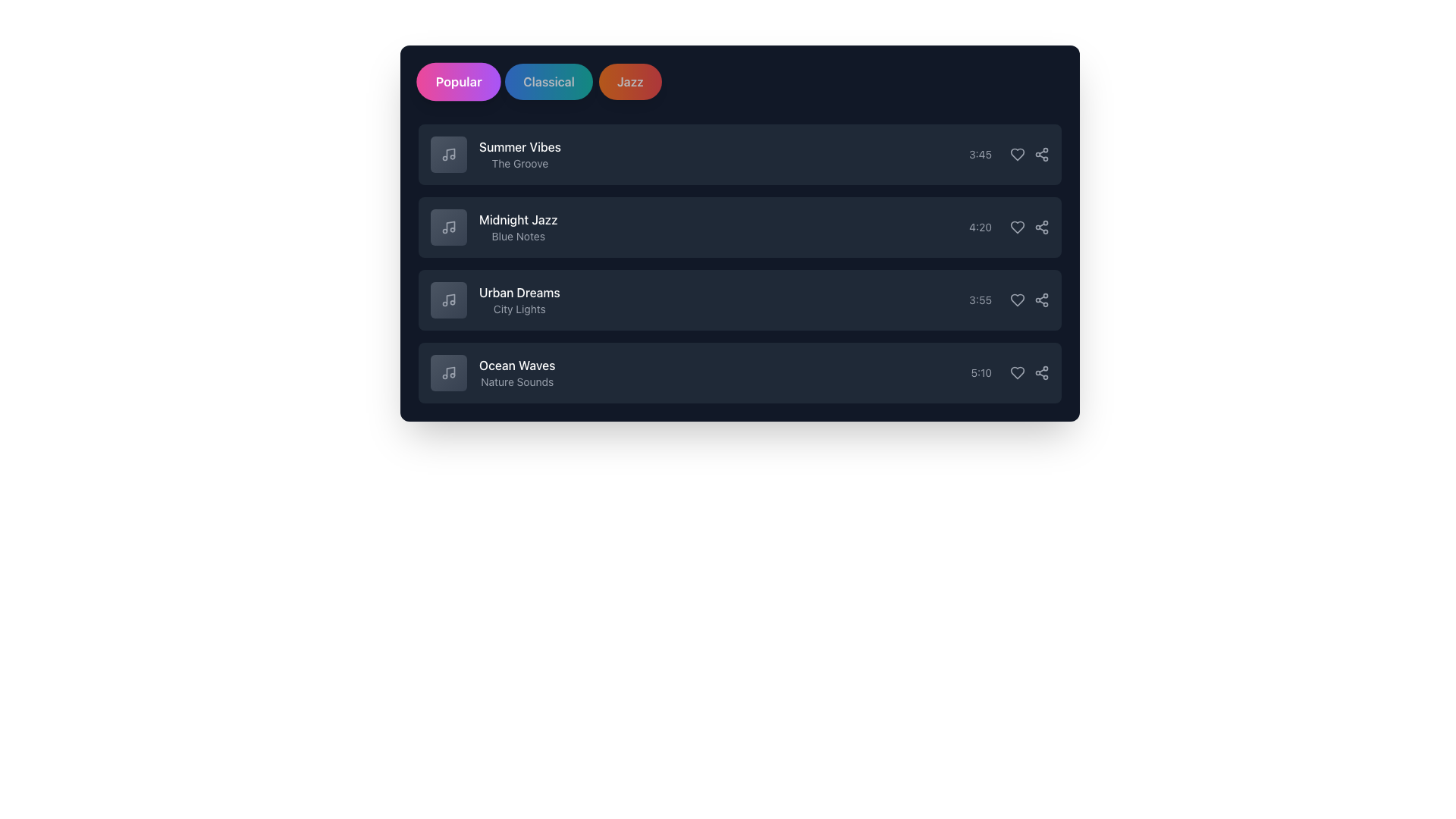  What do you see at coordinates (518, 227) in the screenshot?
I see `the text-label group that represents the song or album title 'Midnight Jazz' and its associated artist or genre 'Blue Notes'` at bounding box center [518, 227].